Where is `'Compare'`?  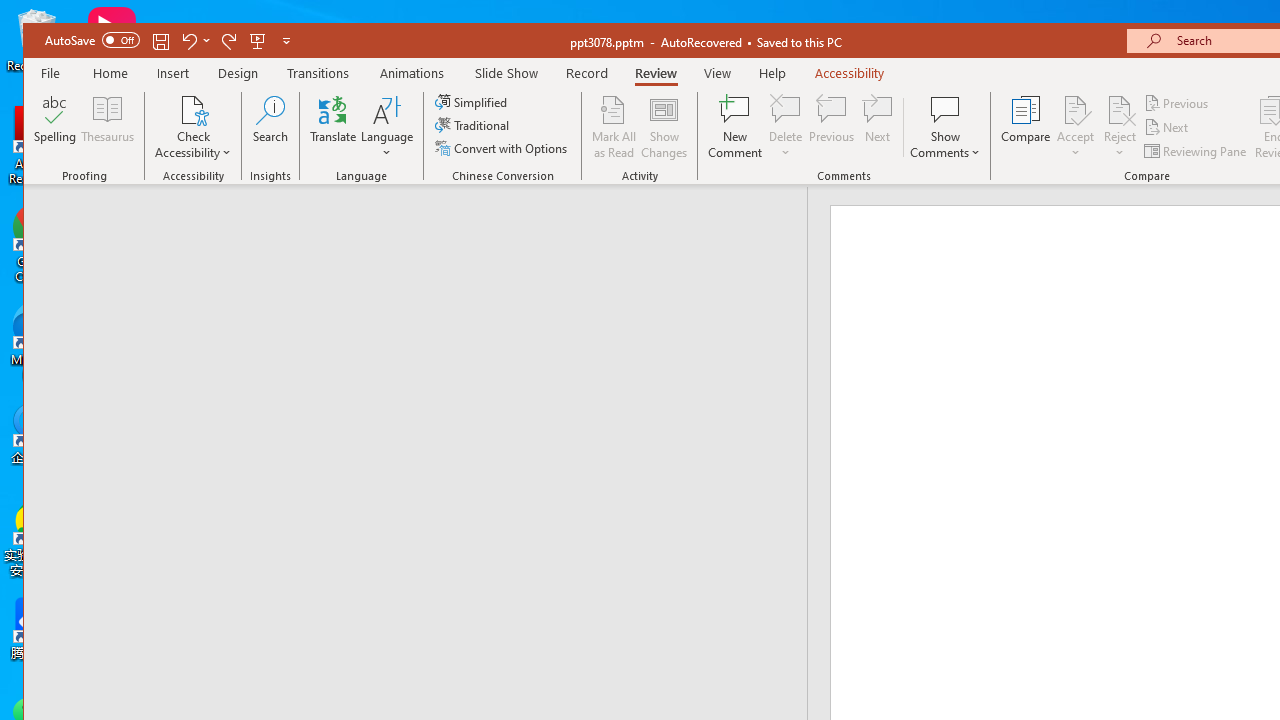
'Compare' is located at coordinates (1025, 127).